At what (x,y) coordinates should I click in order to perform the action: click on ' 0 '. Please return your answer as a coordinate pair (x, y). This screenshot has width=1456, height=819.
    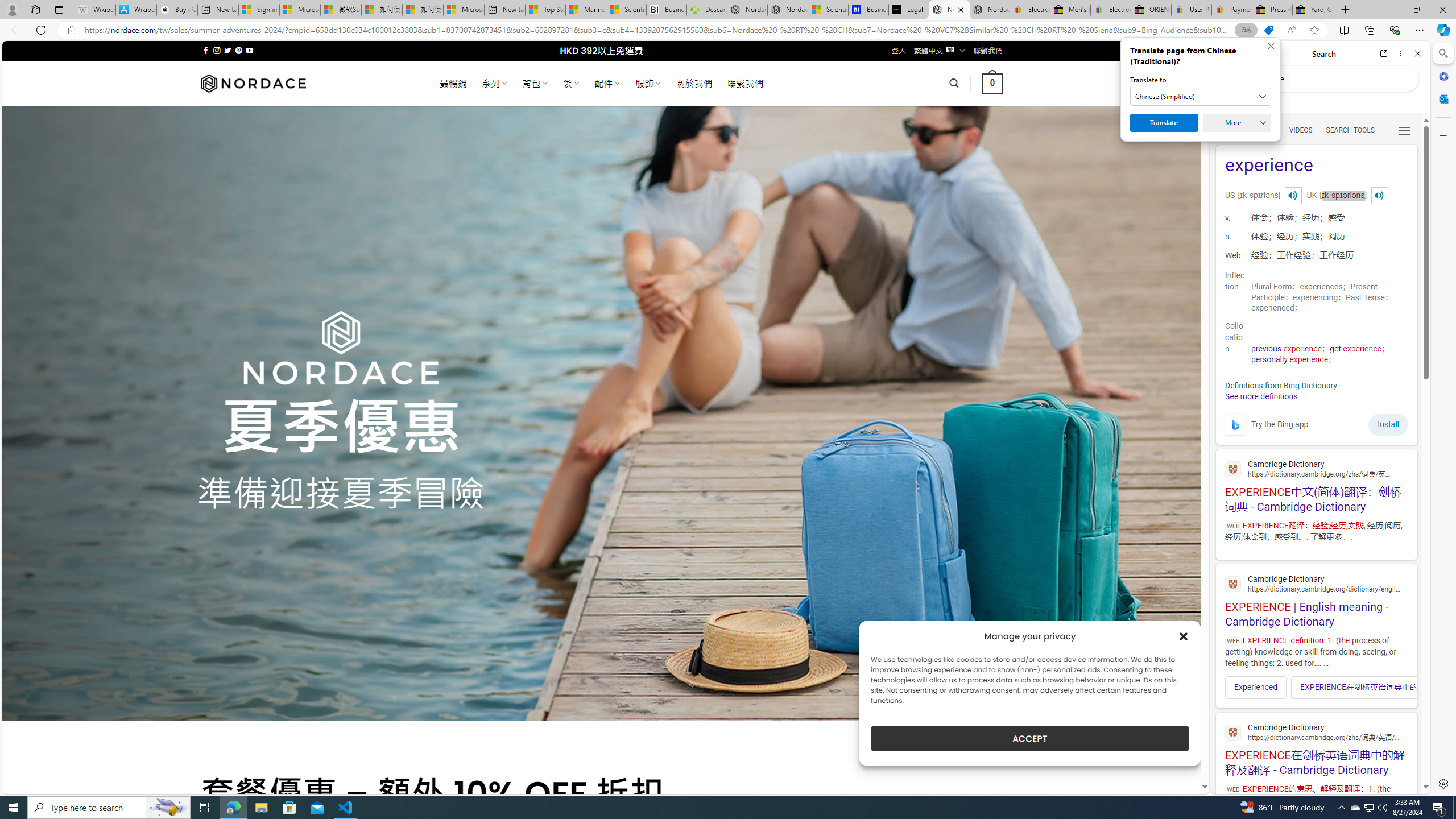
    Looking at the image, I should click on (992, 82).